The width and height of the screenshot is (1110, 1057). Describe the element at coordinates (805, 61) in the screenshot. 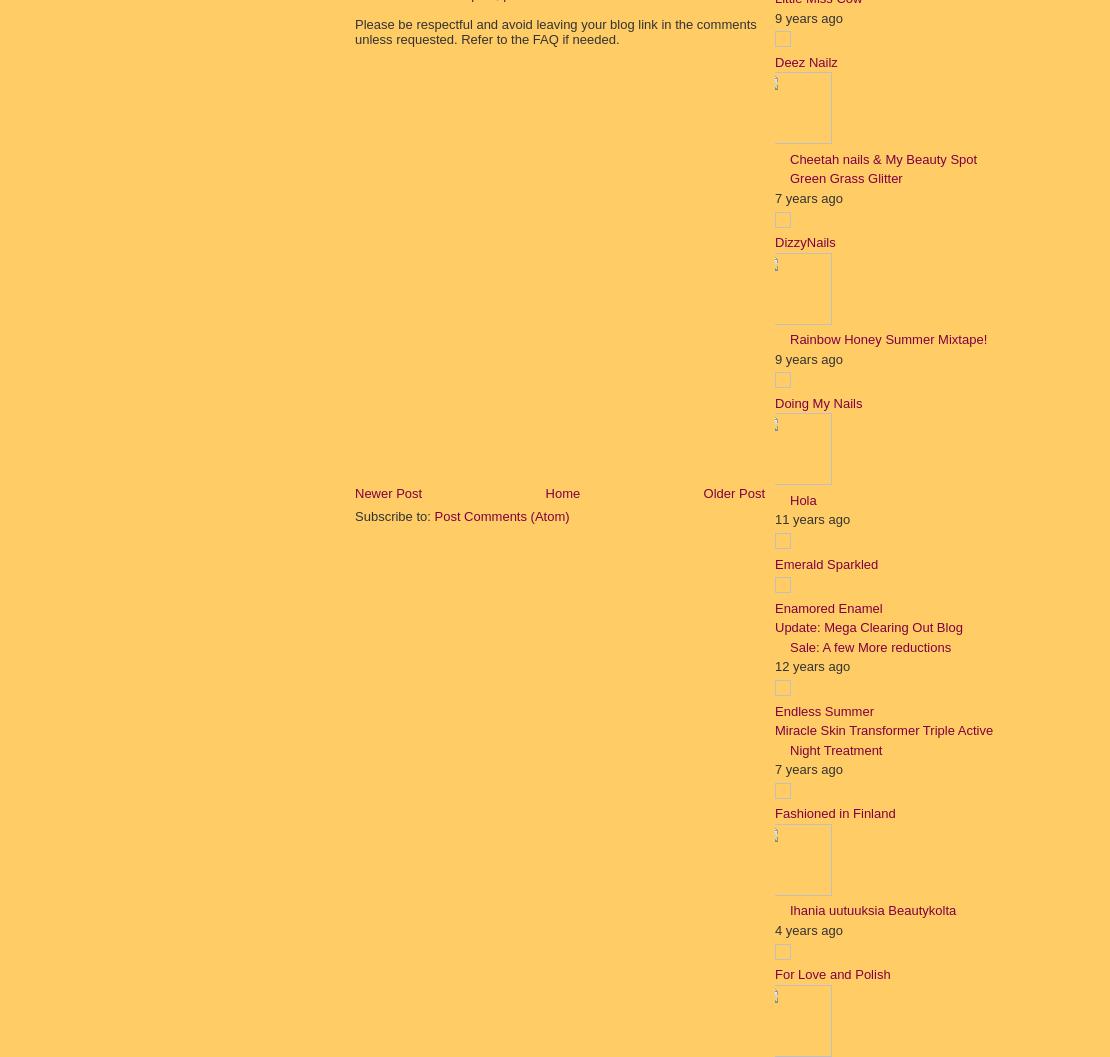

I see `'Deez Nailz'` at that location.